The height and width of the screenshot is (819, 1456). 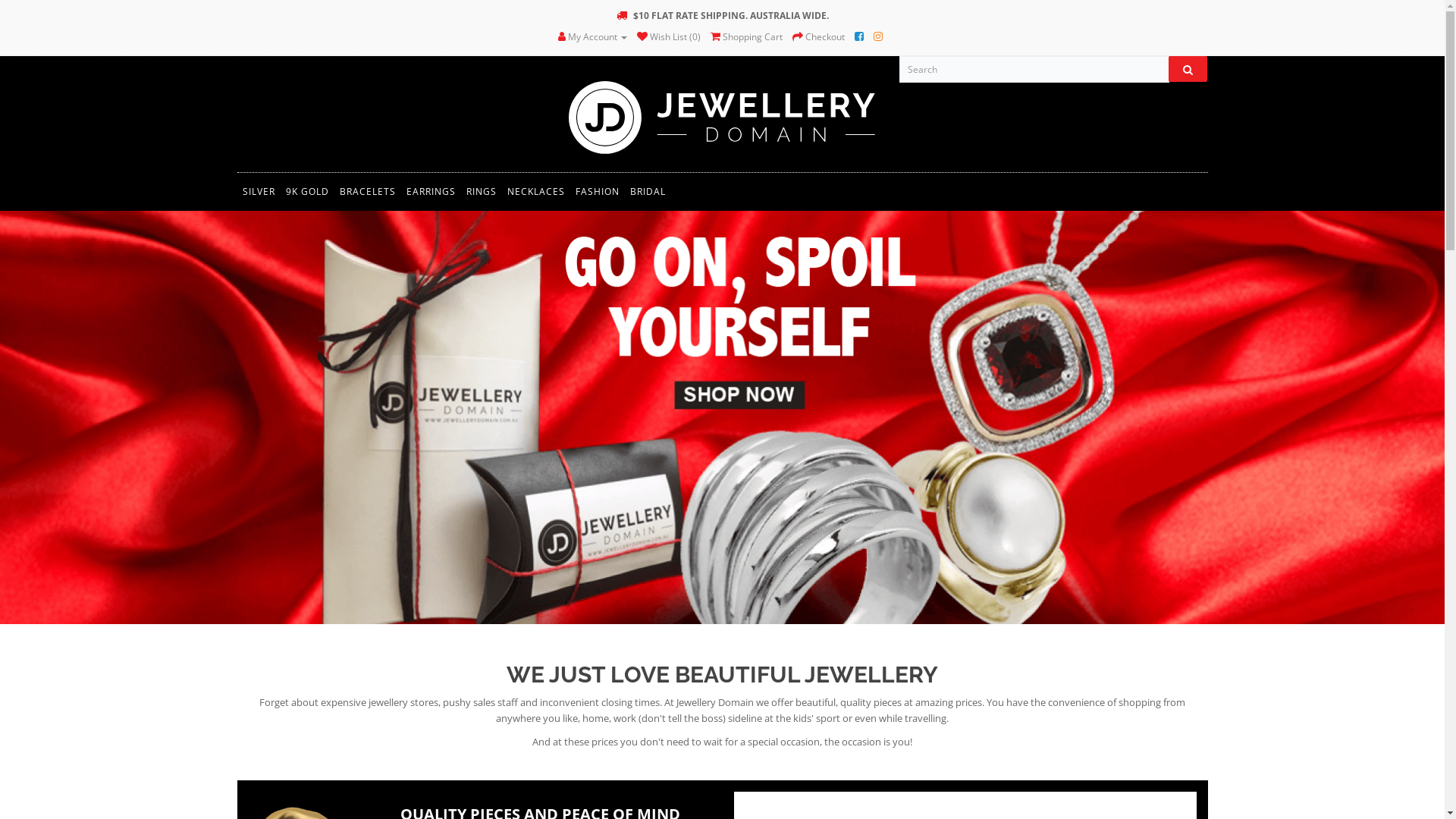 I want to click on 'Join us on Instagram', so click(x=877, y=36).